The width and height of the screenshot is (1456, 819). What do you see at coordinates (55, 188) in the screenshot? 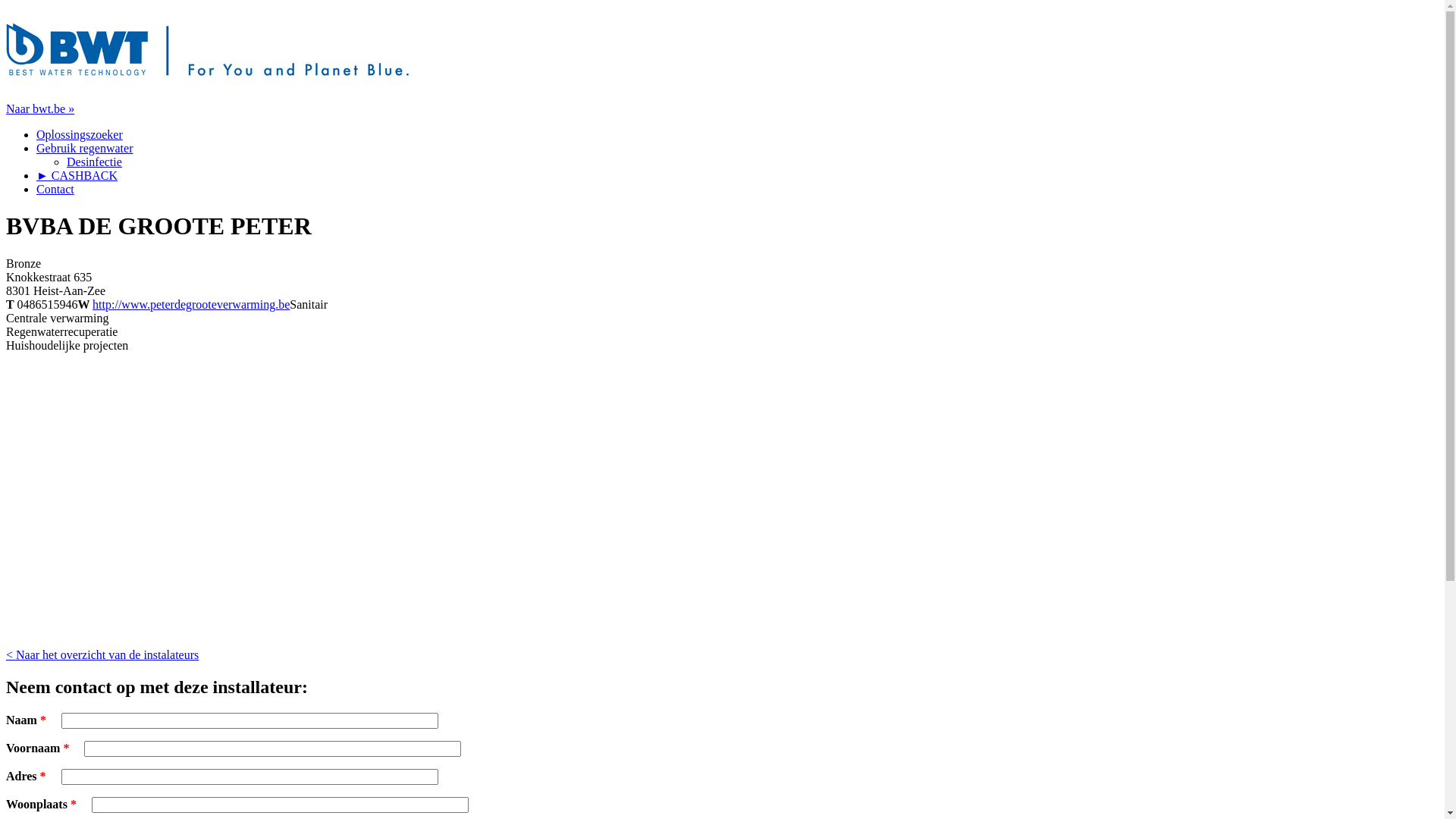
I see `'Contact'` at bounding box center [55, 188].